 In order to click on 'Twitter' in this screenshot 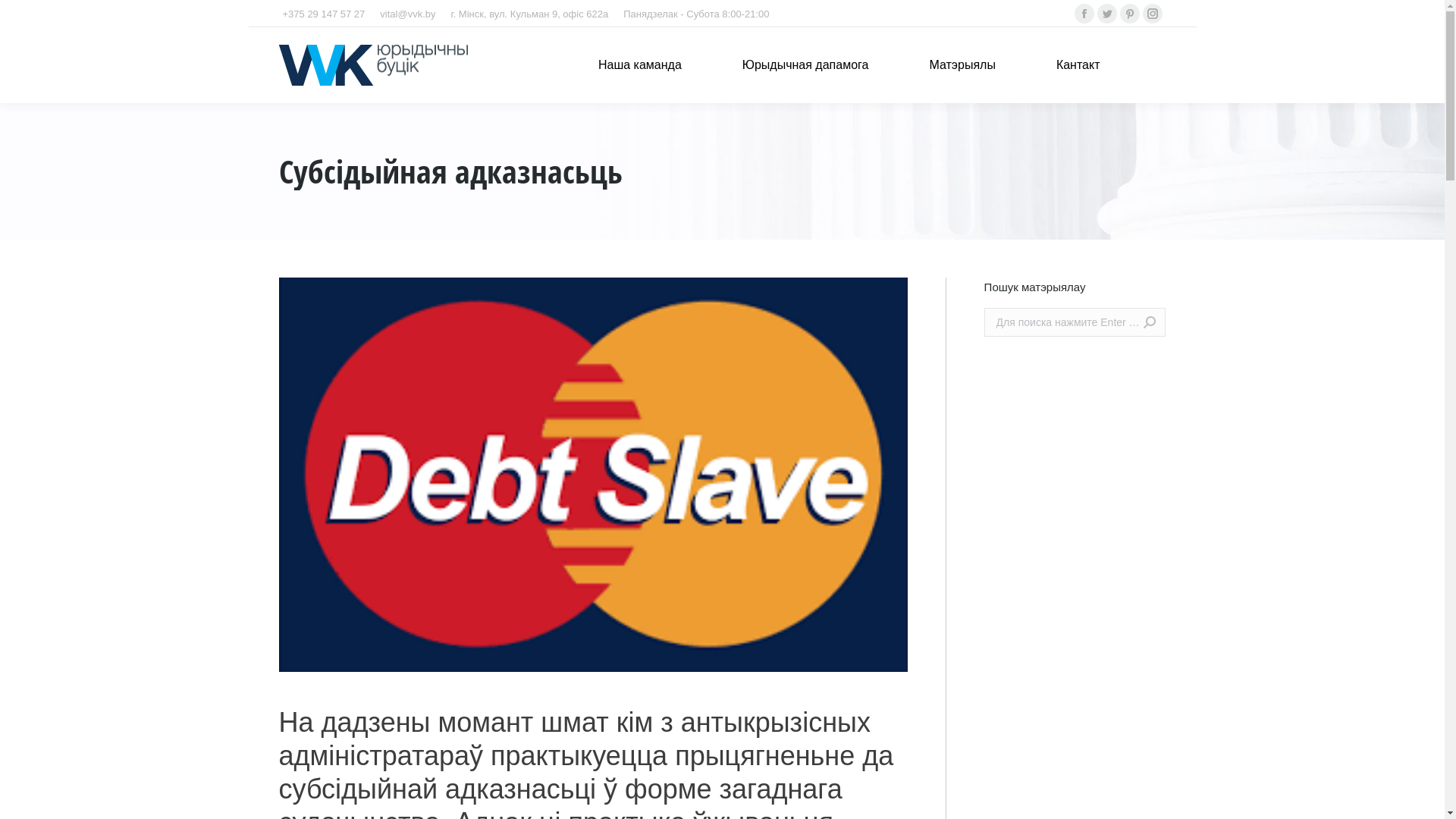, I will do `click(1106, 14)`.